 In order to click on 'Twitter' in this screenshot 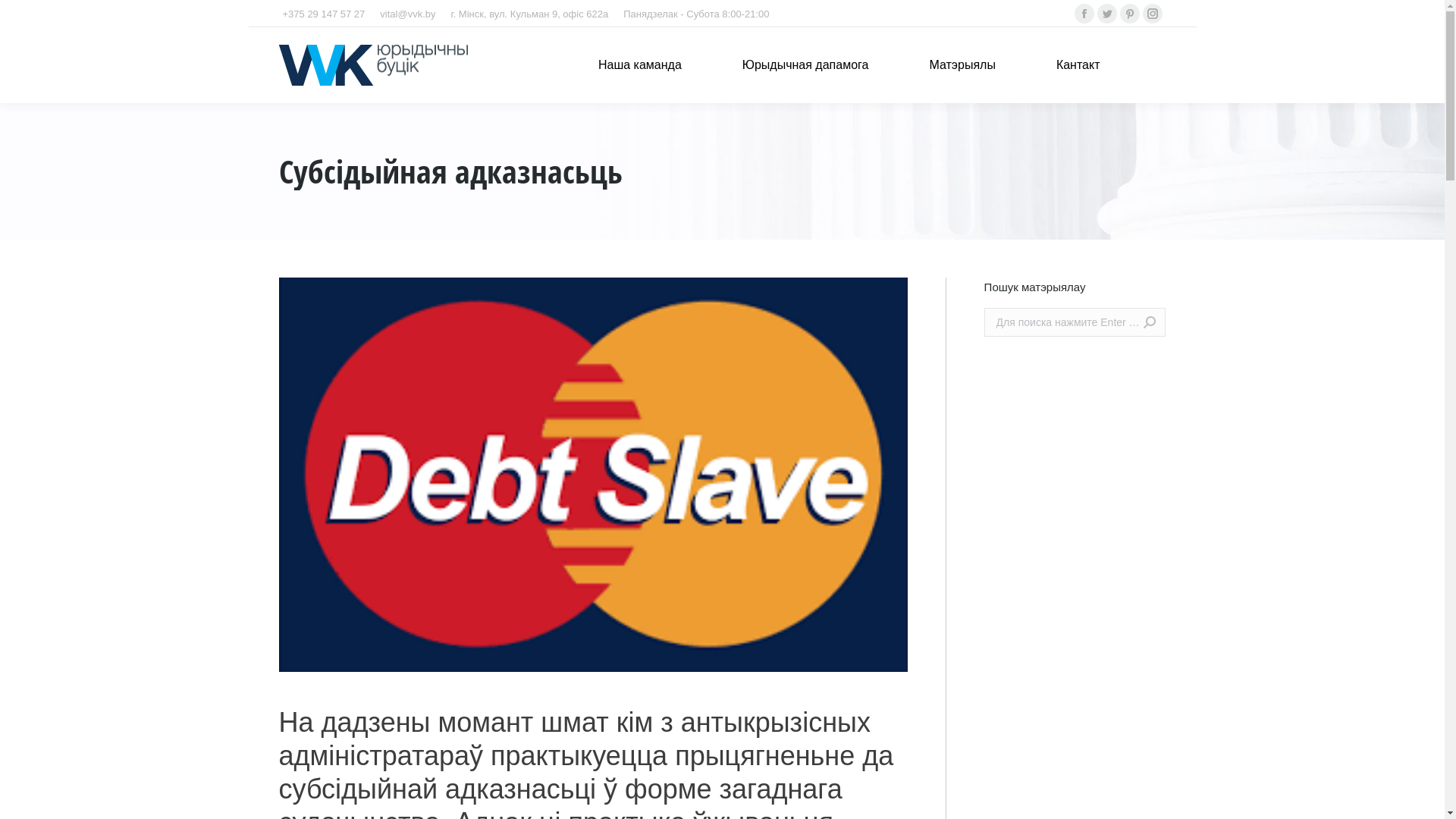, I will do `click(1106, 14)`.